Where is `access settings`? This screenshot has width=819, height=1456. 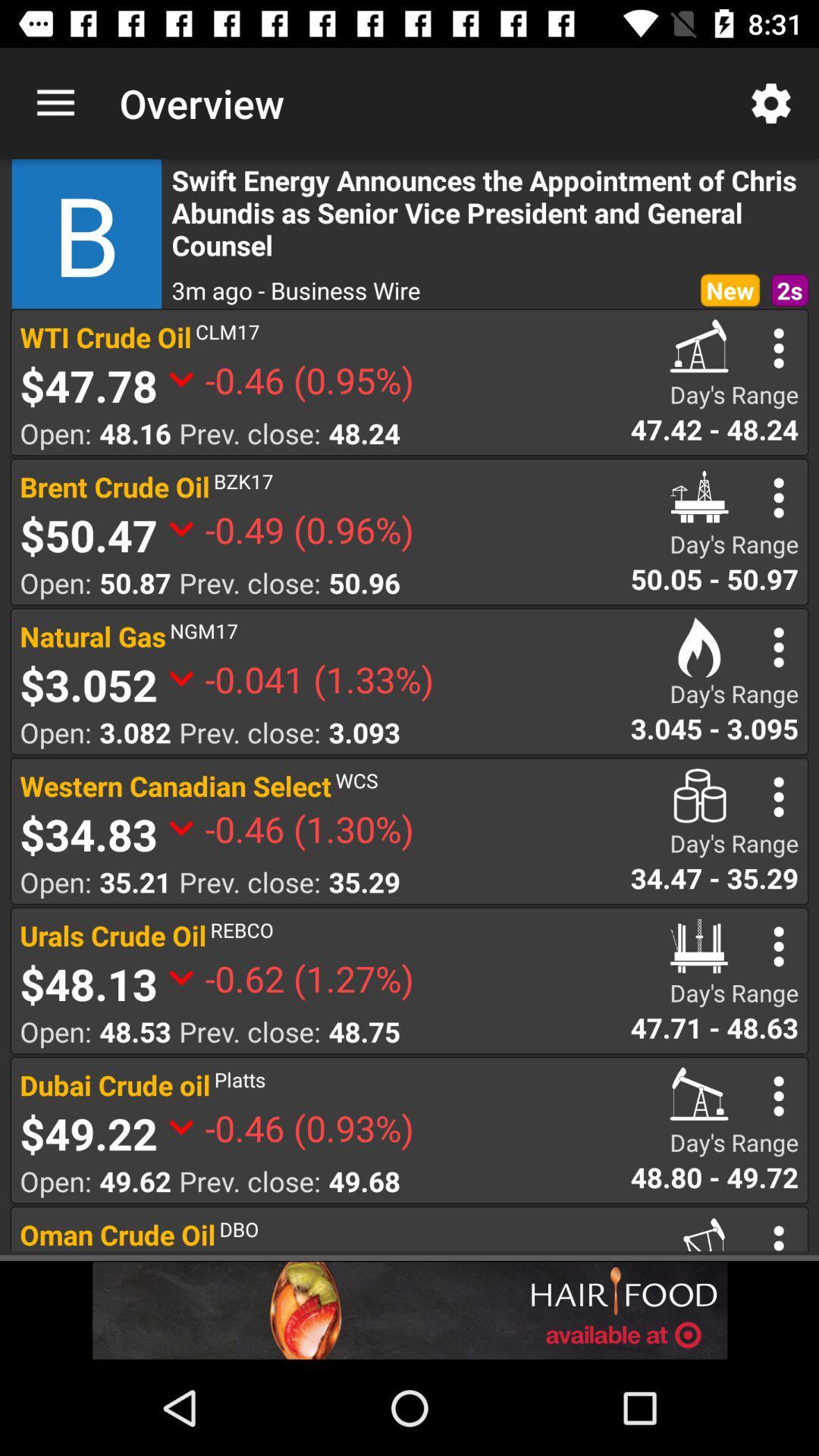 access settings is located at coordinates (779, 946).